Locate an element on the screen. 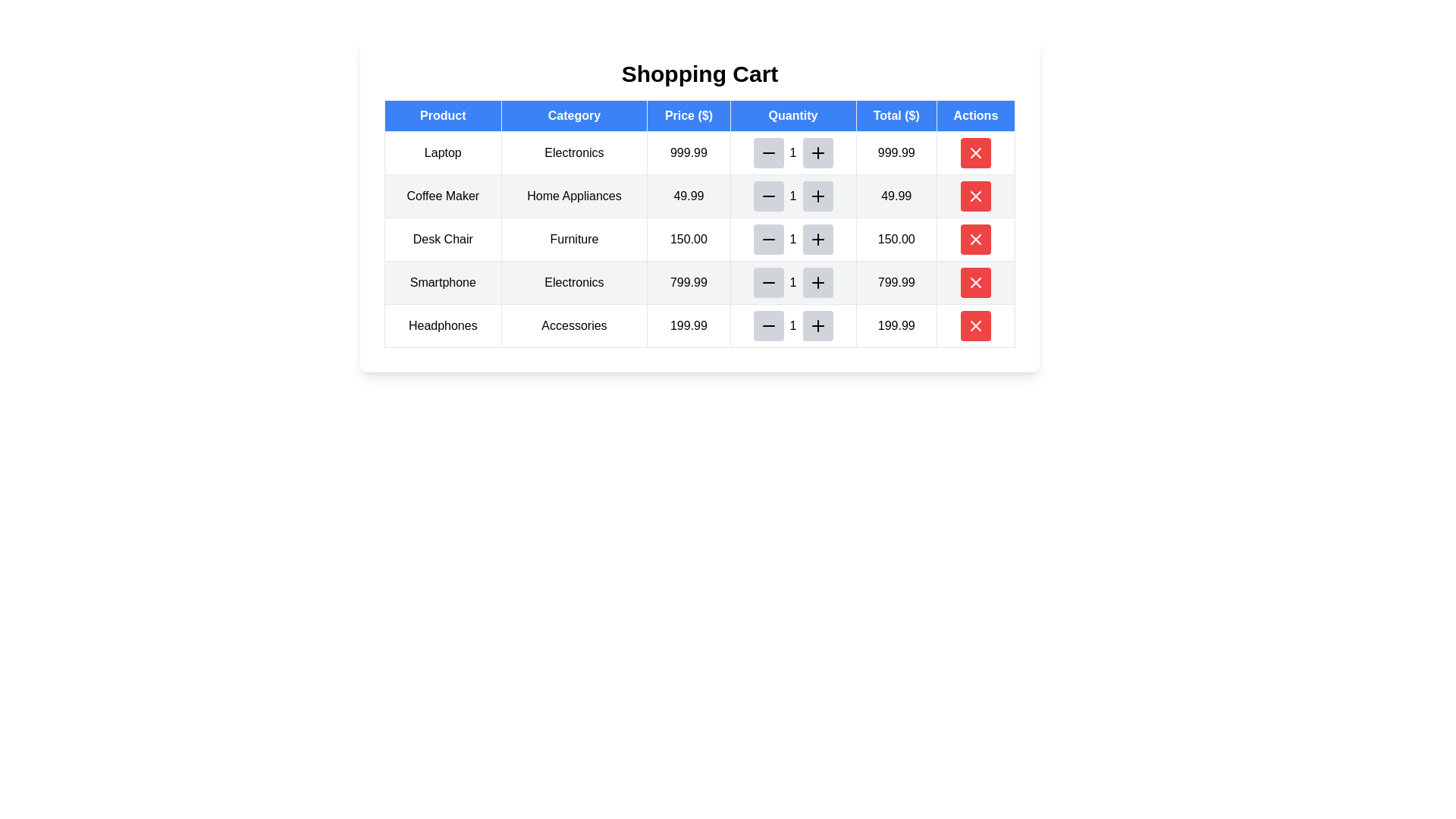 This screenshot has width=1456, height=819. the static text displaying the numeric value '1' in the 'Quantity' column of the second row labeled 'Coffee Maker' is located at coordinates (792, 195).